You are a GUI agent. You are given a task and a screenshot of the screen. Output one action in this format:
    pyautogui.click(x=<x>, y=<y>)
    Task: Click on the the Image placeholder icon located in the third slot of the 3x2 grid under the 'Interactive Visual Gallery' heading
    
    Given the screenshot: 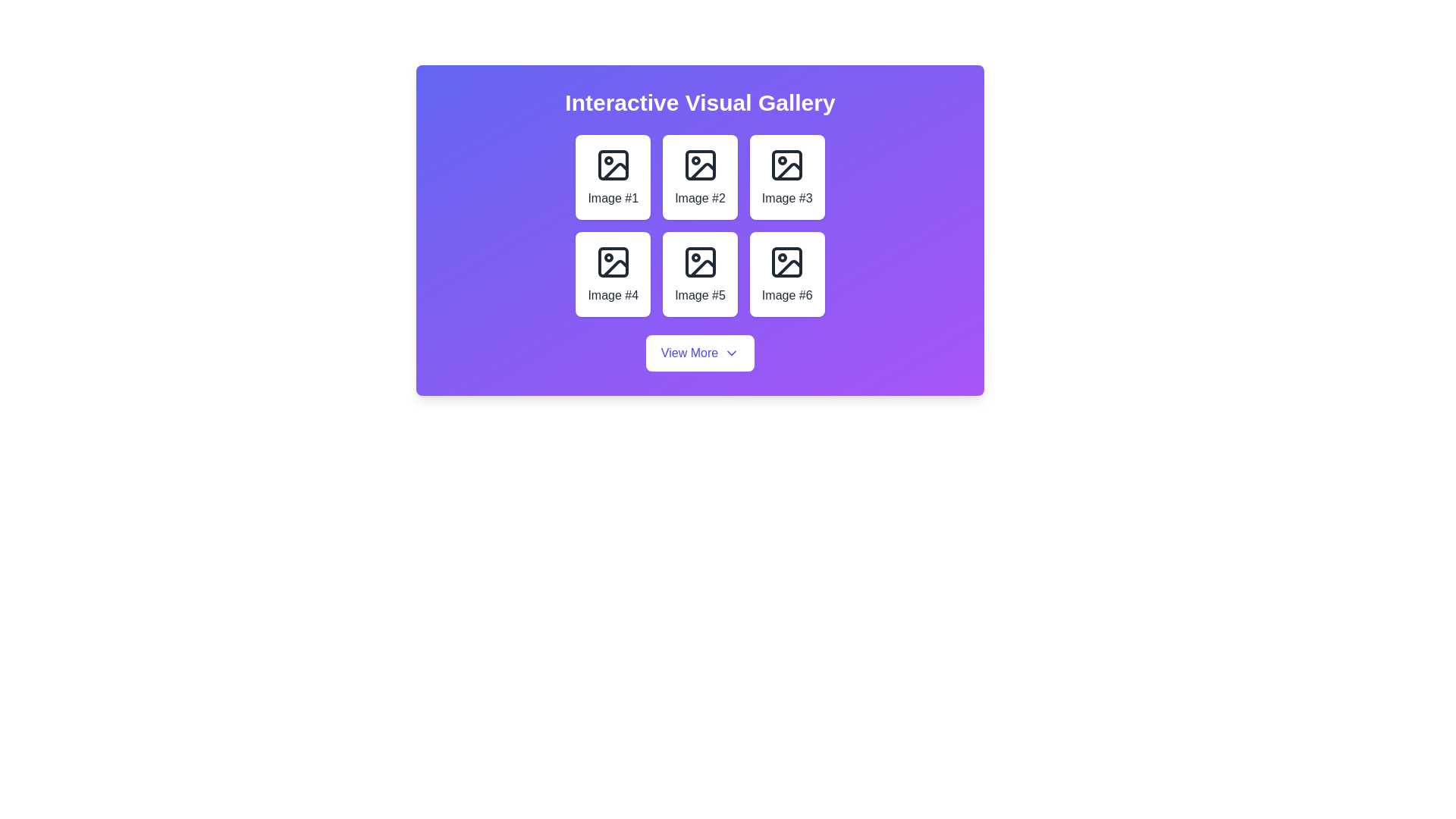 What is the action you would take?
    pyautogui.click(x=787, y=165)
    